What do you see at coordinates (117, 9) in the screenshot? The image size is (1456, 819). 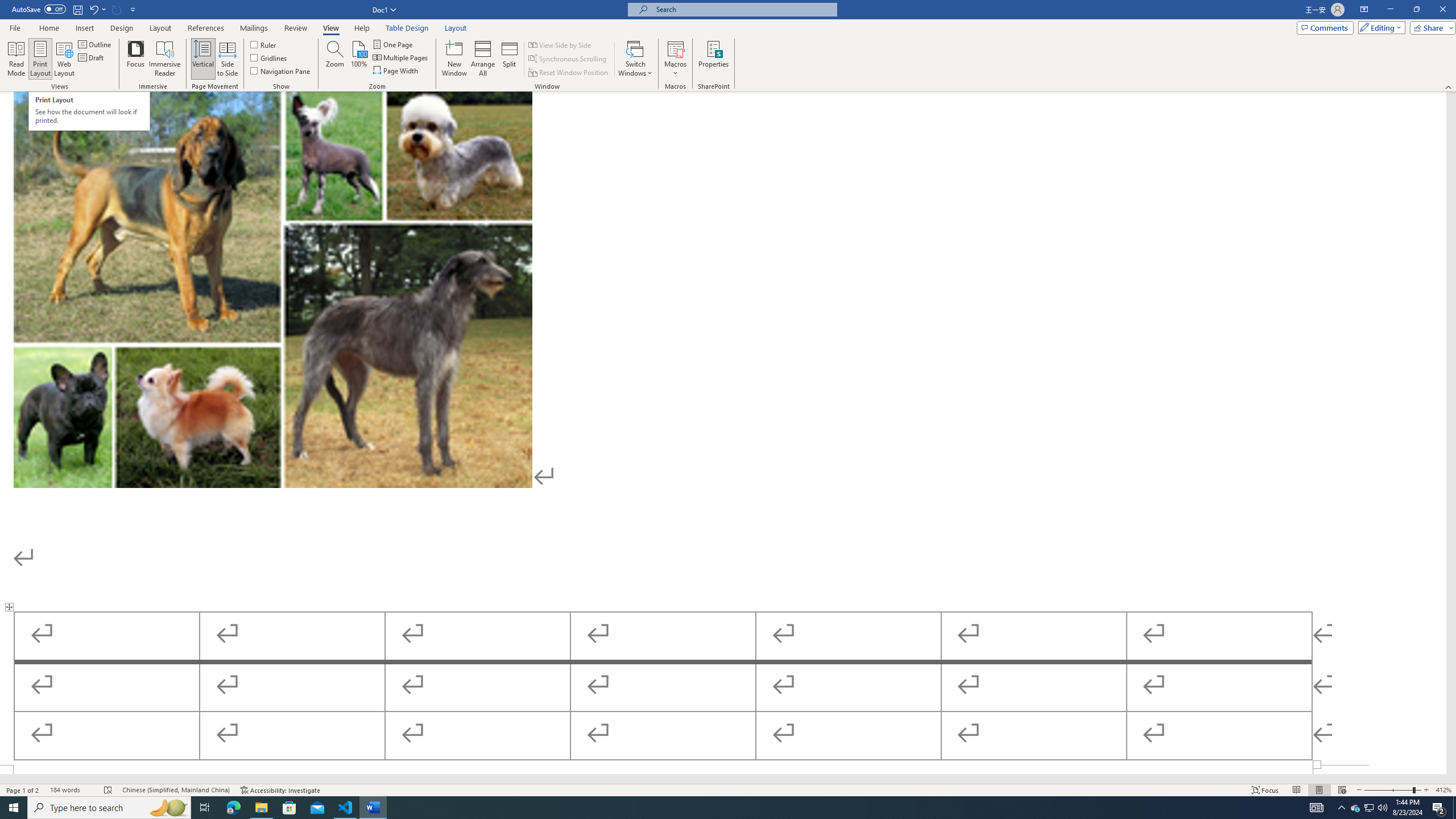 I see `'Can'` at bounding box center [117, 9].